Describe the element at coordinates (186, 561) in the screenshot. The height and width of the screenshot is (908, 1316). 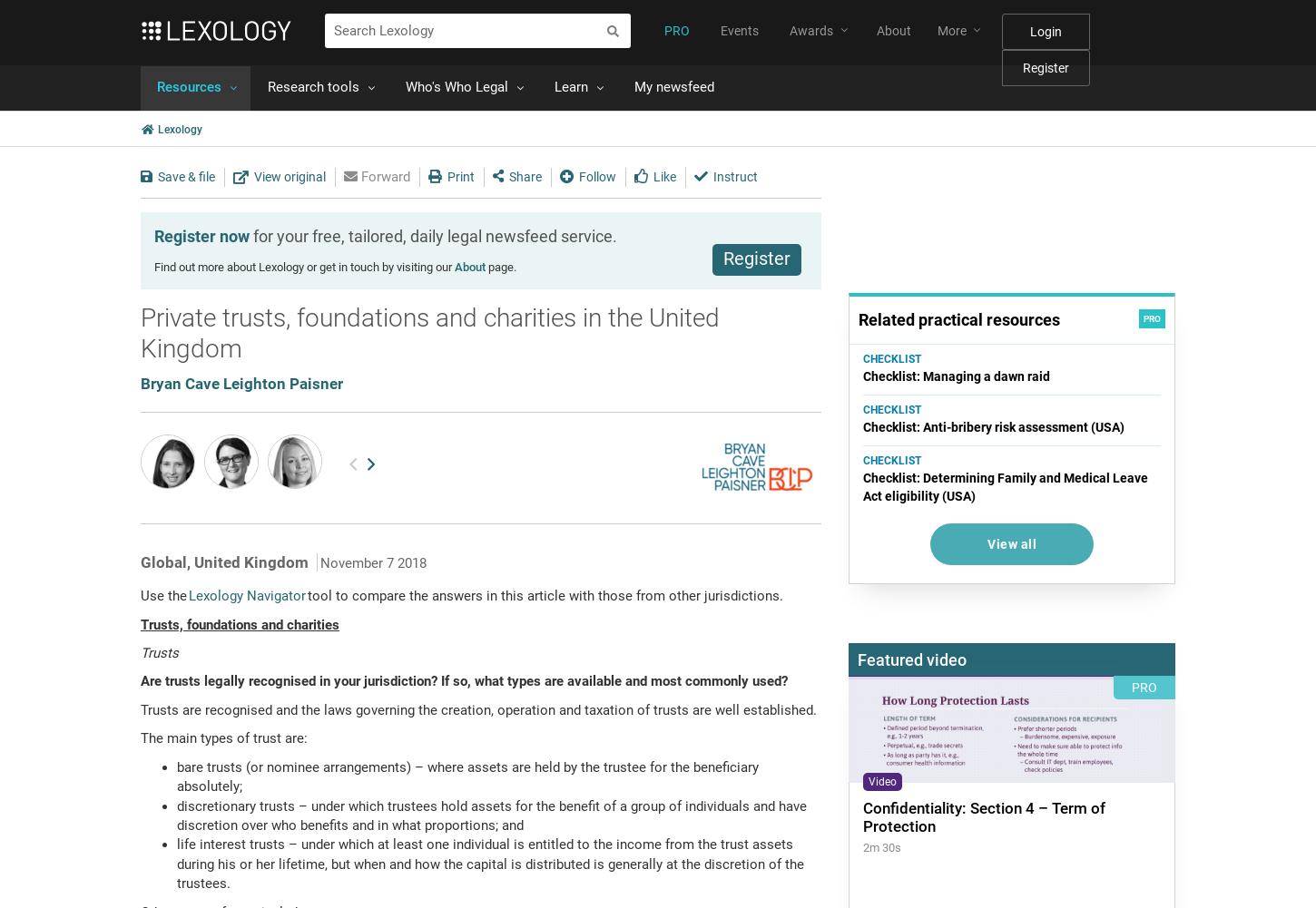
I see `','` at that location.